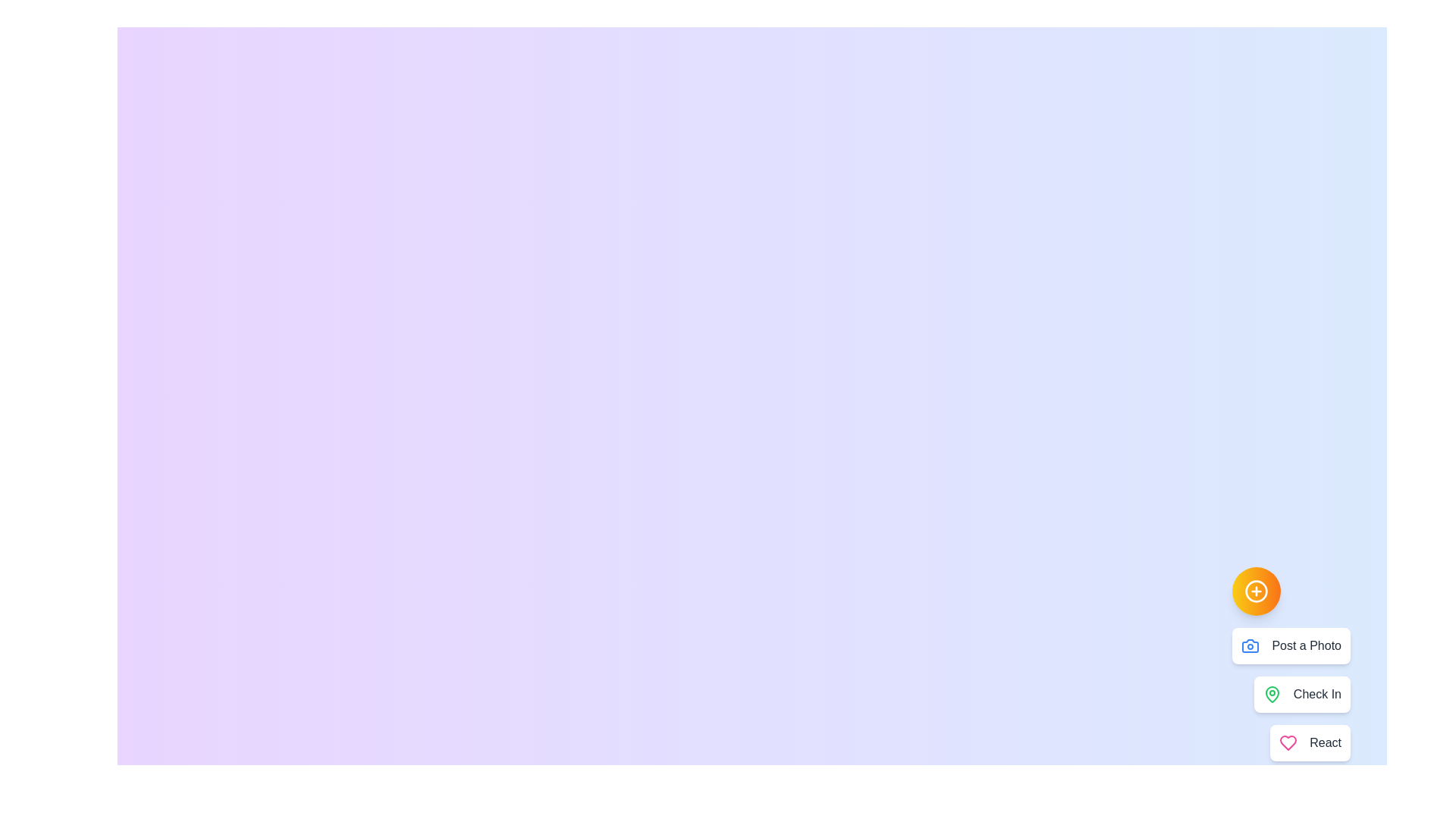 The image size is (1456, 819). I want to click on the option labeled React to observe its hover effect, so click(1310, 742).